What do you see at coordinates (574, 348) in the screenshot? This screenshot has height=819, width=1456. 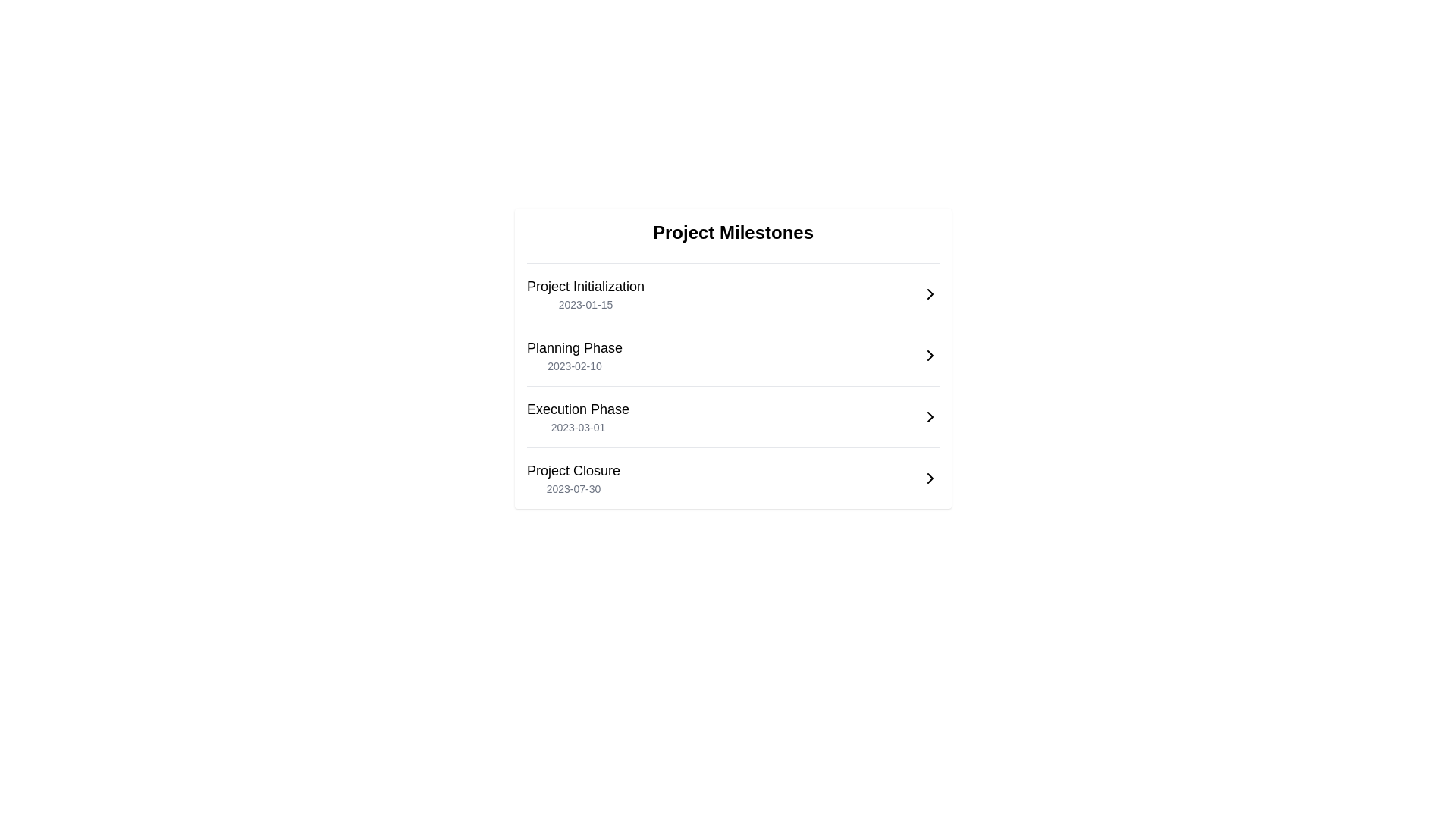 I see `the static text label displaying 'Planning Phase', which is styled in larger bold font and is positioned in the center column of the project dashboard, located between 'Project Initialization' and 'Execution Phase'` at bounding box center [574, 348].